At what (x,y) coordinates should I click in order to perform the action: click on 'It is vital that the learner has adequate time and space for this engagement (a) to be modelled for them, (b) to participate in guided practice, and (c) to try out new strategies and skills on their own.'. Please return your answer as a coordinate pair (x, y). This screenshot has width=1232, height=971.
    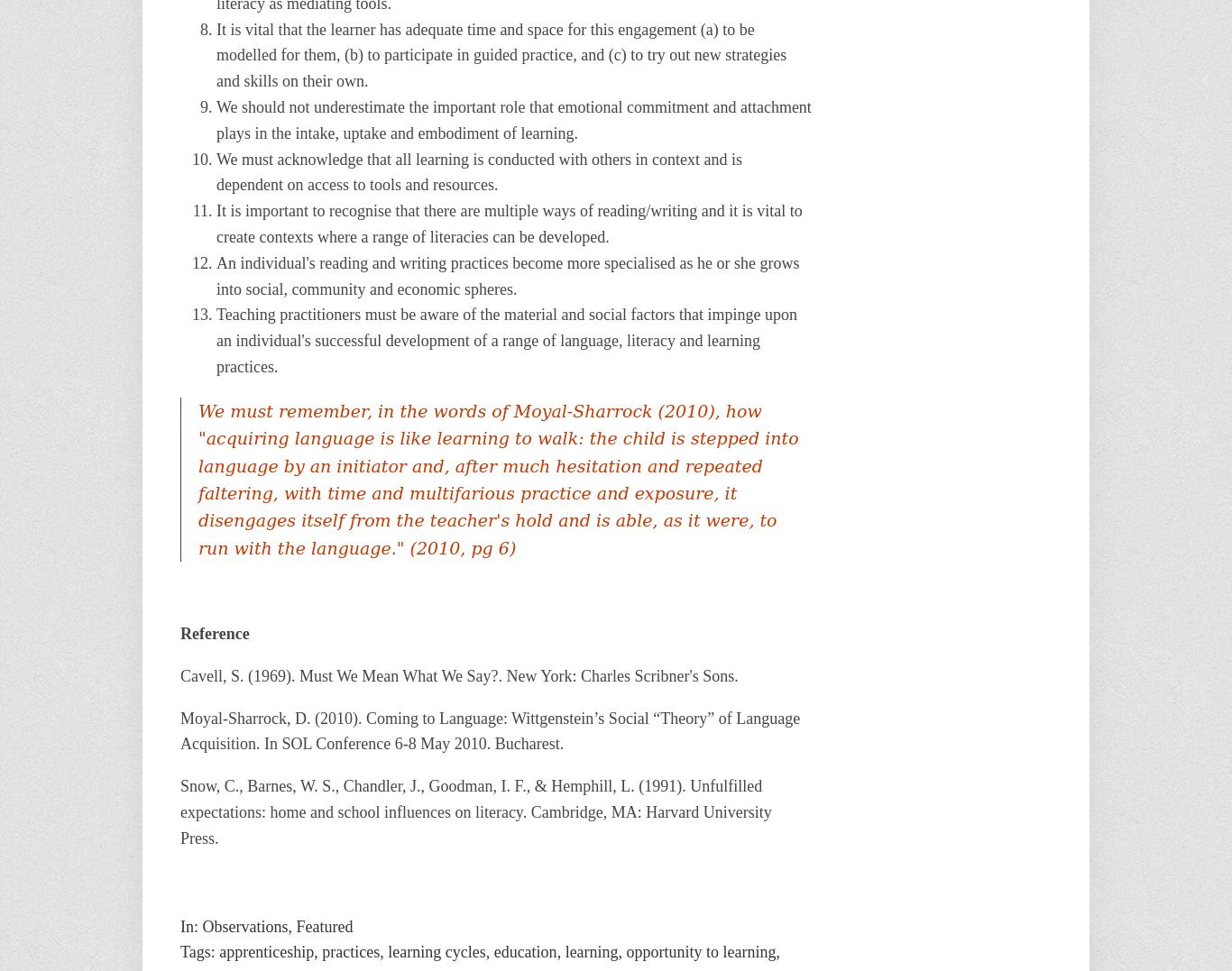
    Looking at the image, I should click on (501, 54).